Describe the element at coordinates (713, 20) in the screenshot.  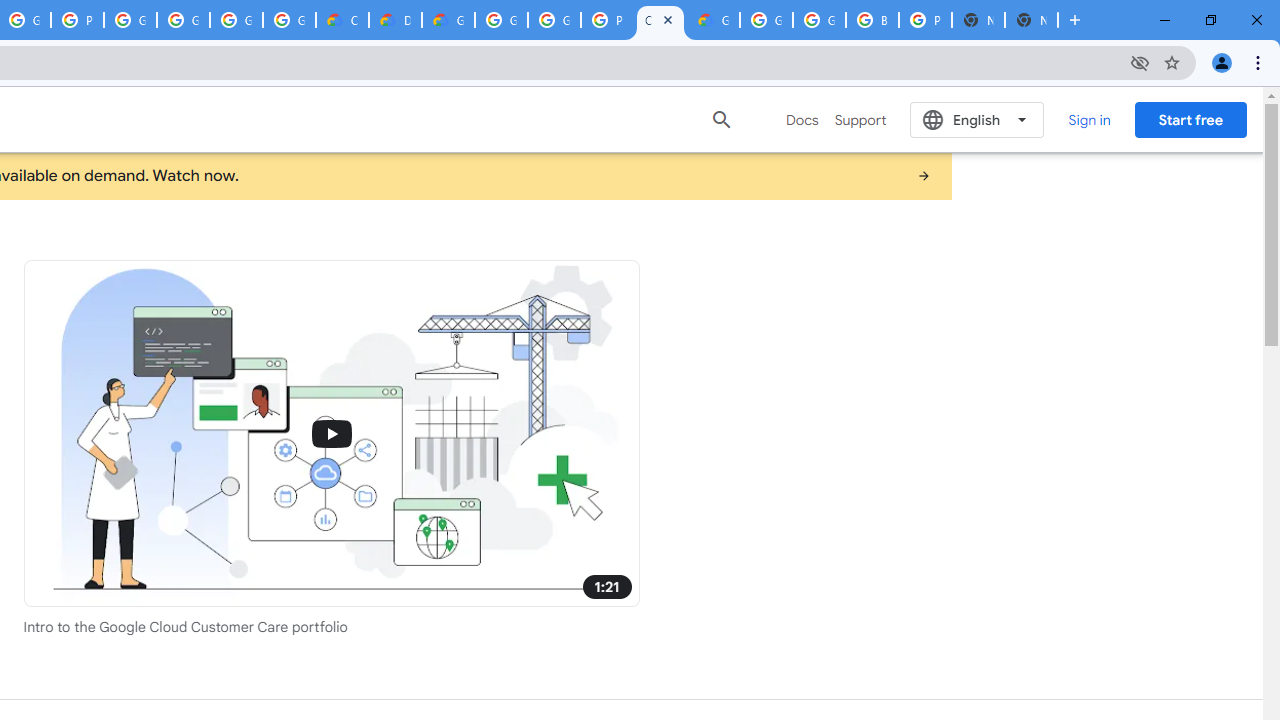
I see `'Google Cloud Service Health'` at that location.